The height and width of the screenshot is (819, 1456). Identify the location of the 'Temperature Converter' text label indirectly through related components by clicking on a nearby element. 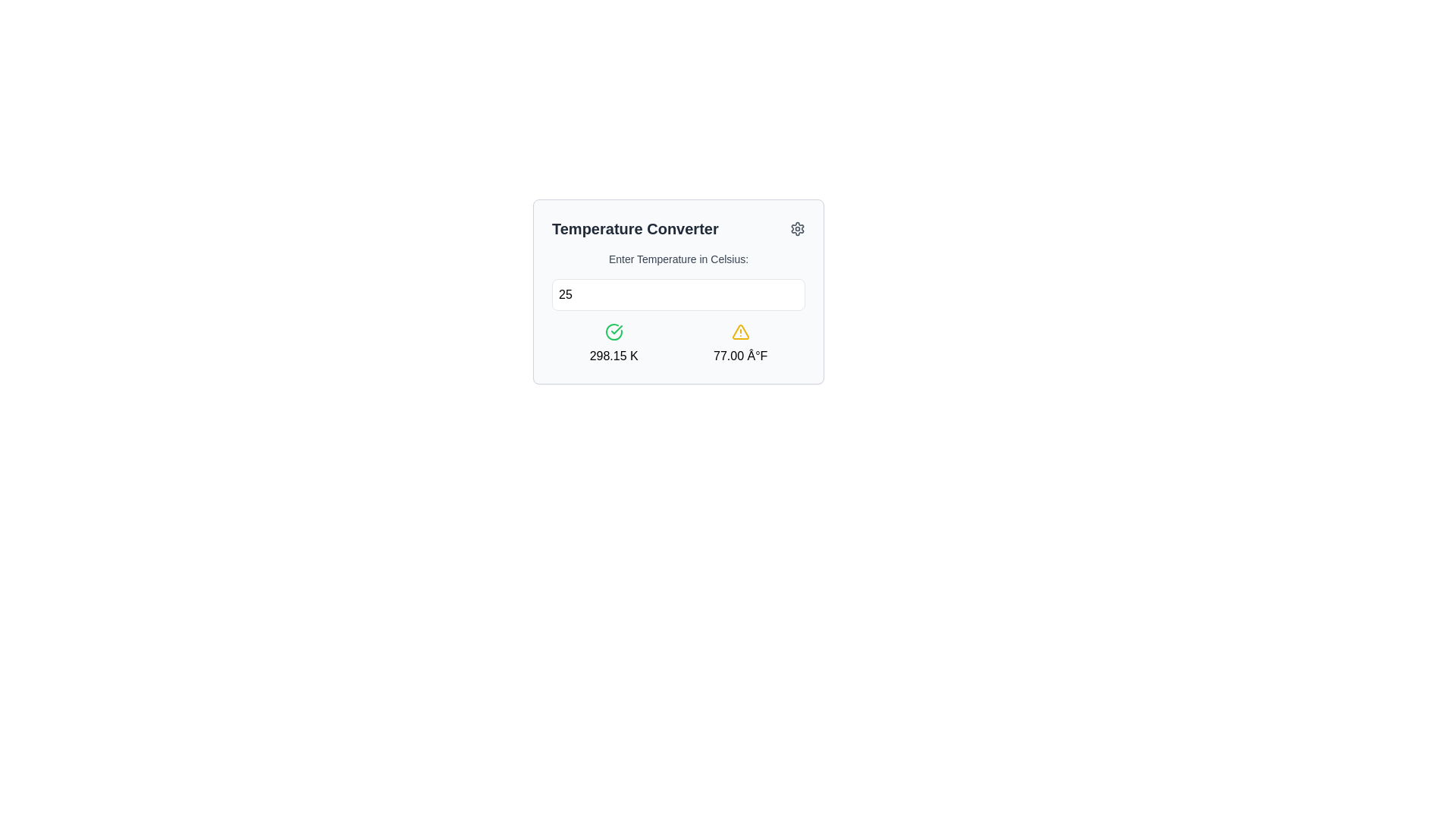
(635, 228).